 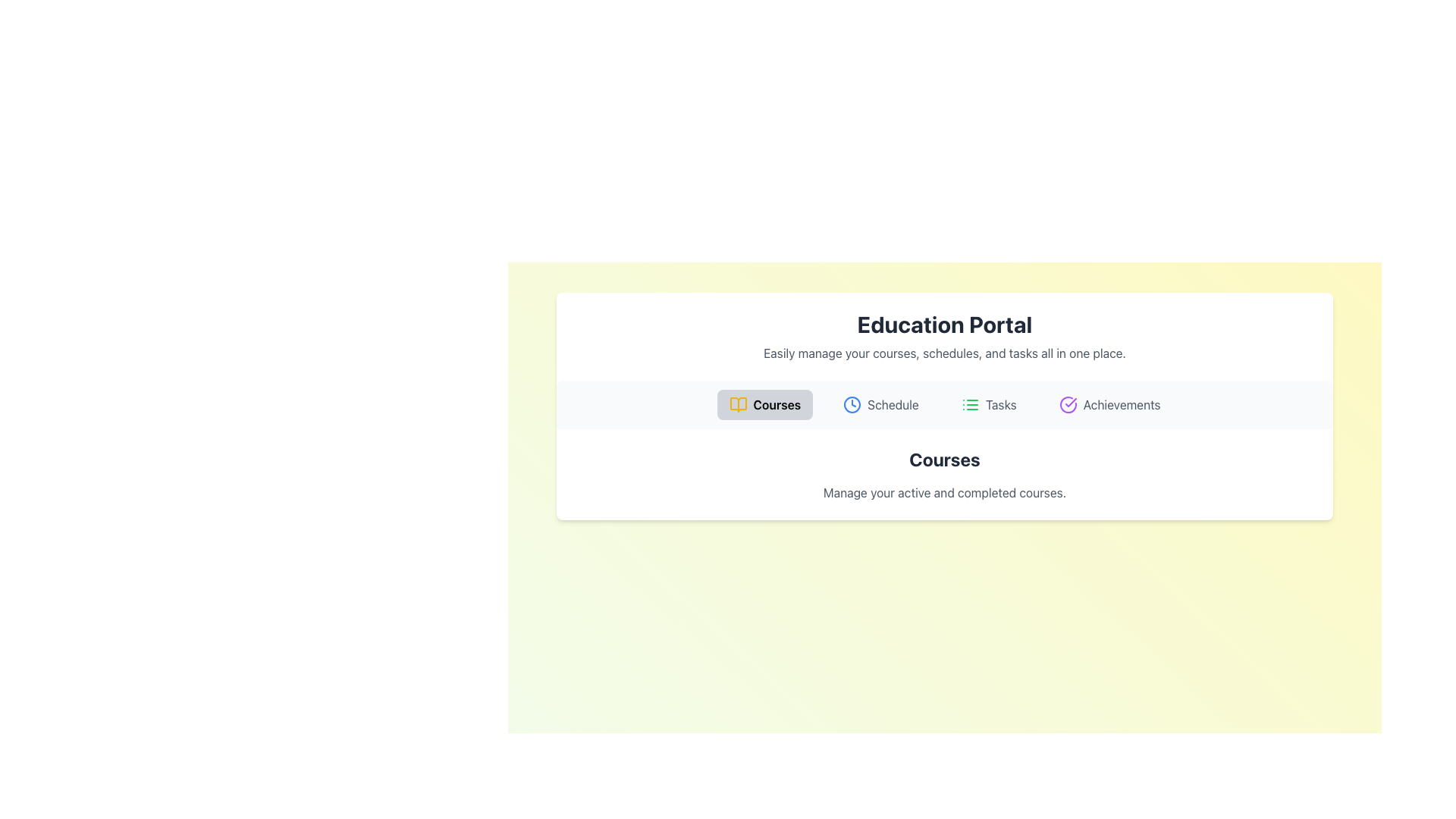 What do you see at coordinates (852, 403) in the screenshot?
I see `the clock icon located in the 'Schedule' section, positioned between the 'Courses' and 'Tasks' sections` at bounding box center [852, 403].